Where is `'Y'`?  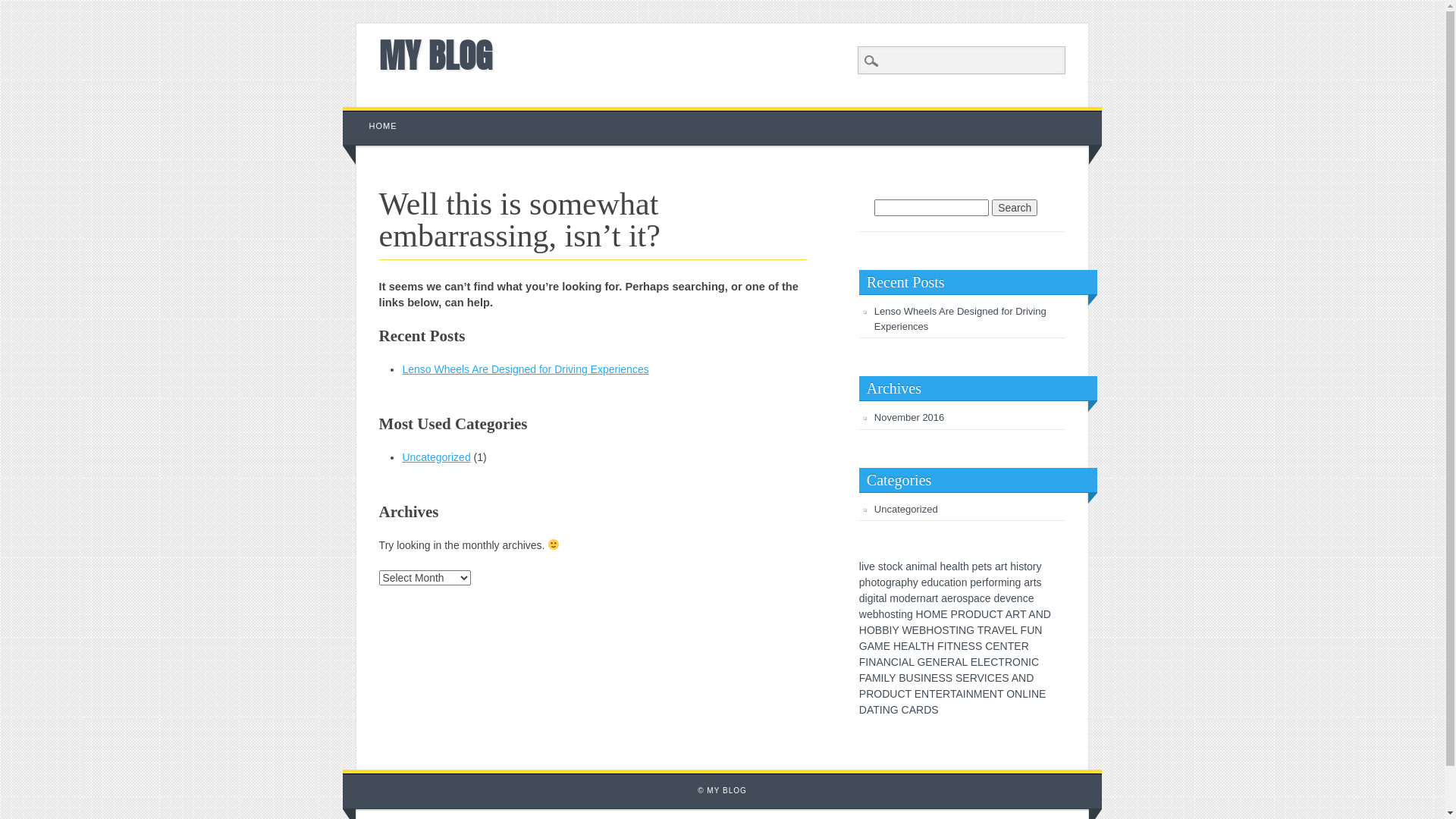 'Y' is located at coordinates (895, 629).